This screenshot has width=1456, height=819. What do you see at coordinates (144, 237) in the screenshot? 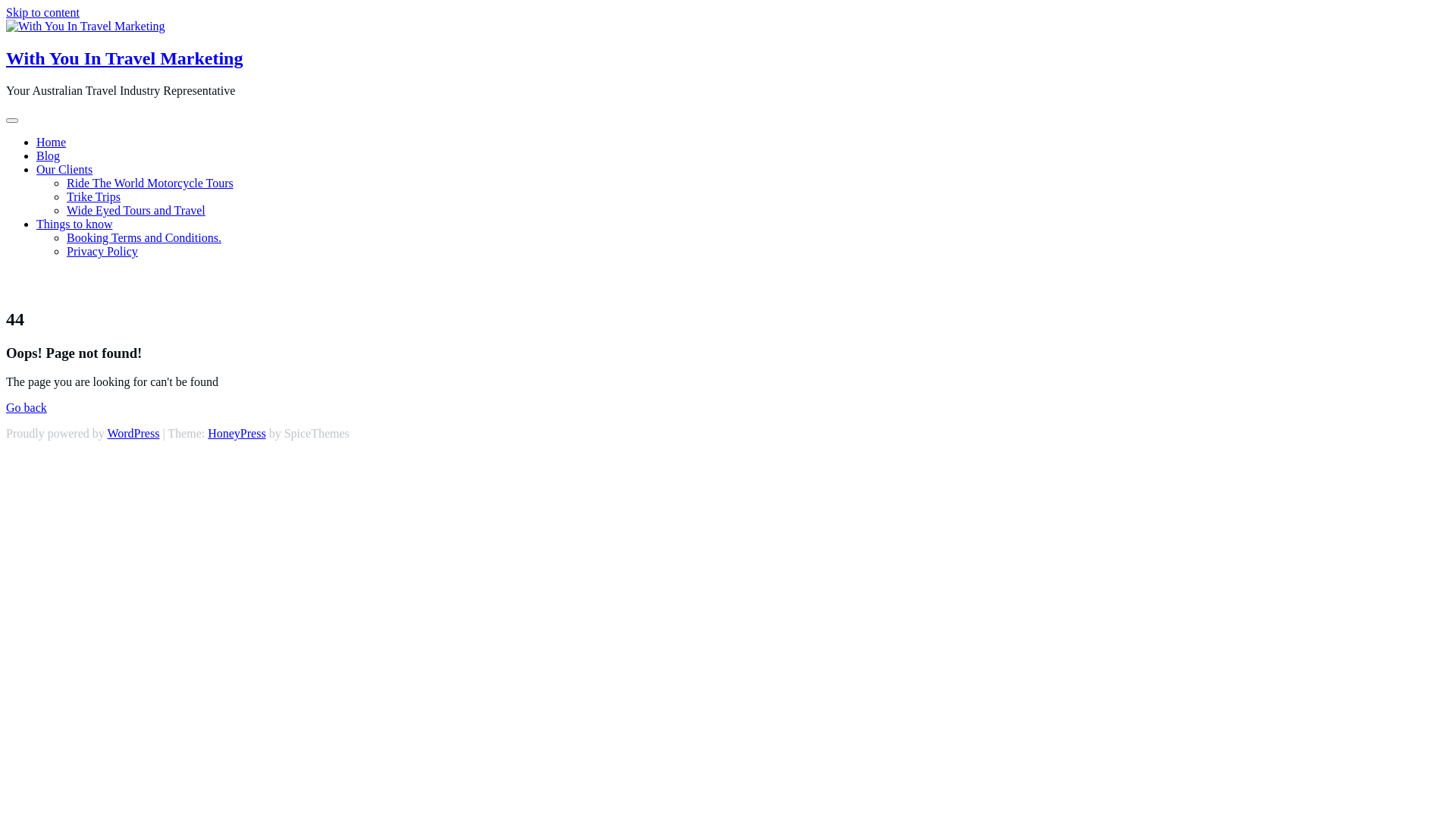
I see `'Booking Terms and Conditions.'` at bounding box center [144, 237].